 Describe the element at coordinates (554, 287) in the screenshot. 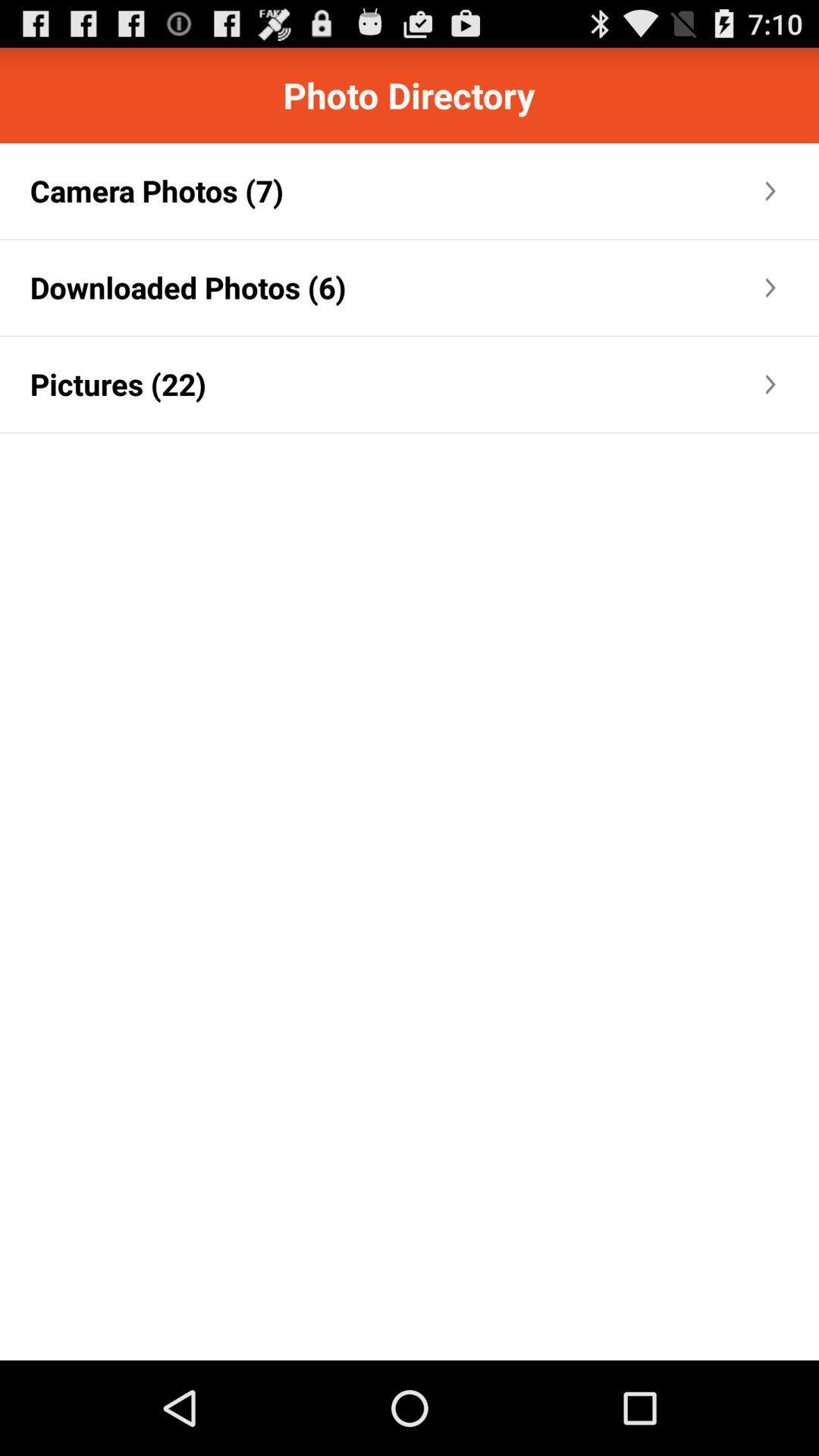

I see `the app next to the downloaded photos (6) app` at that location.